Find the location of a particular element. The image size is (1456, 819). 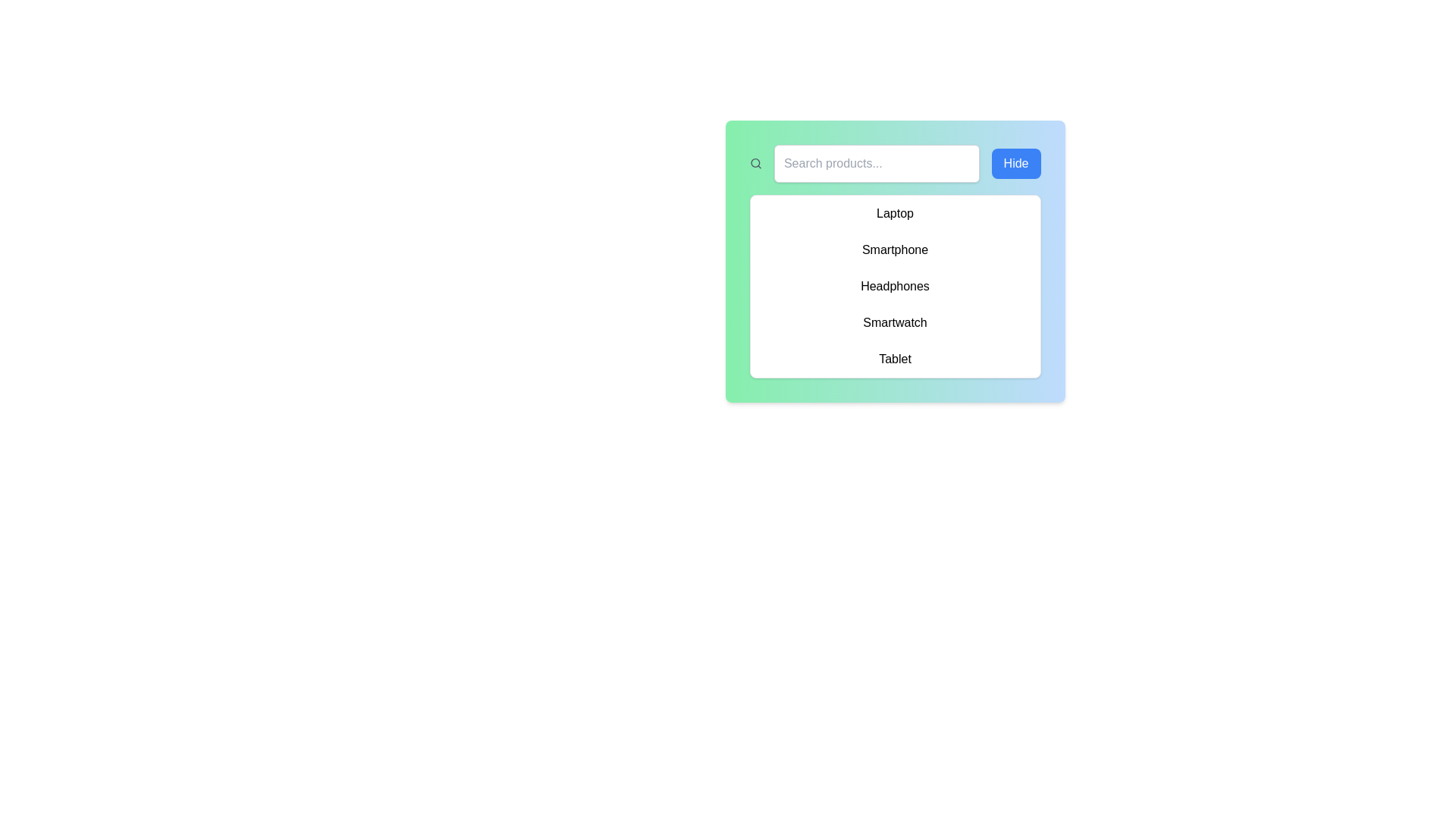

the fifth item in the list, which allows the user to select 'Tablet' from the menu is located at coordinates (895, 359).